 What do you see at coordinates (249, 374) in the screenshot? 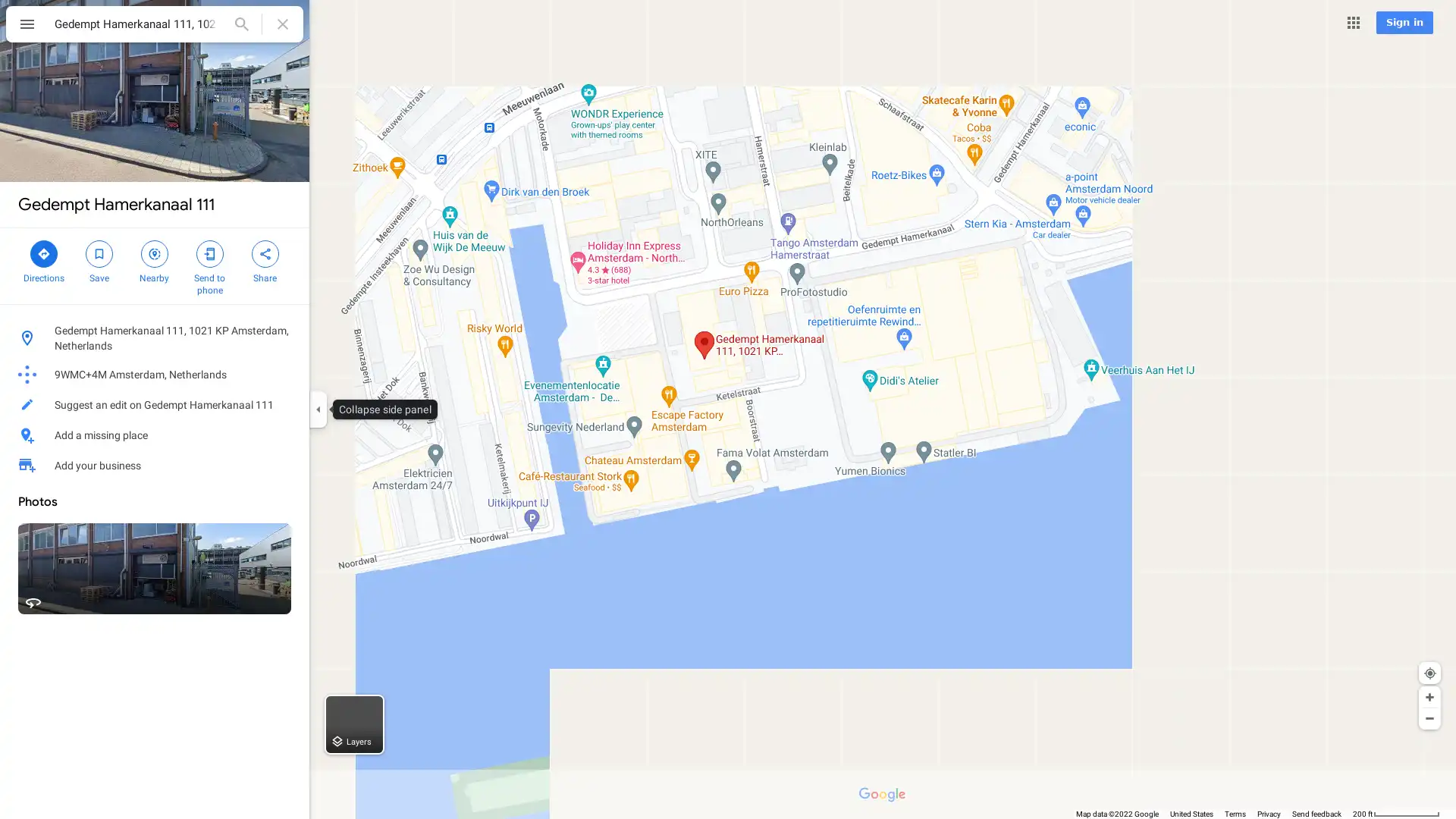
I see `Copy plus code` at bounding box center [249, 374].